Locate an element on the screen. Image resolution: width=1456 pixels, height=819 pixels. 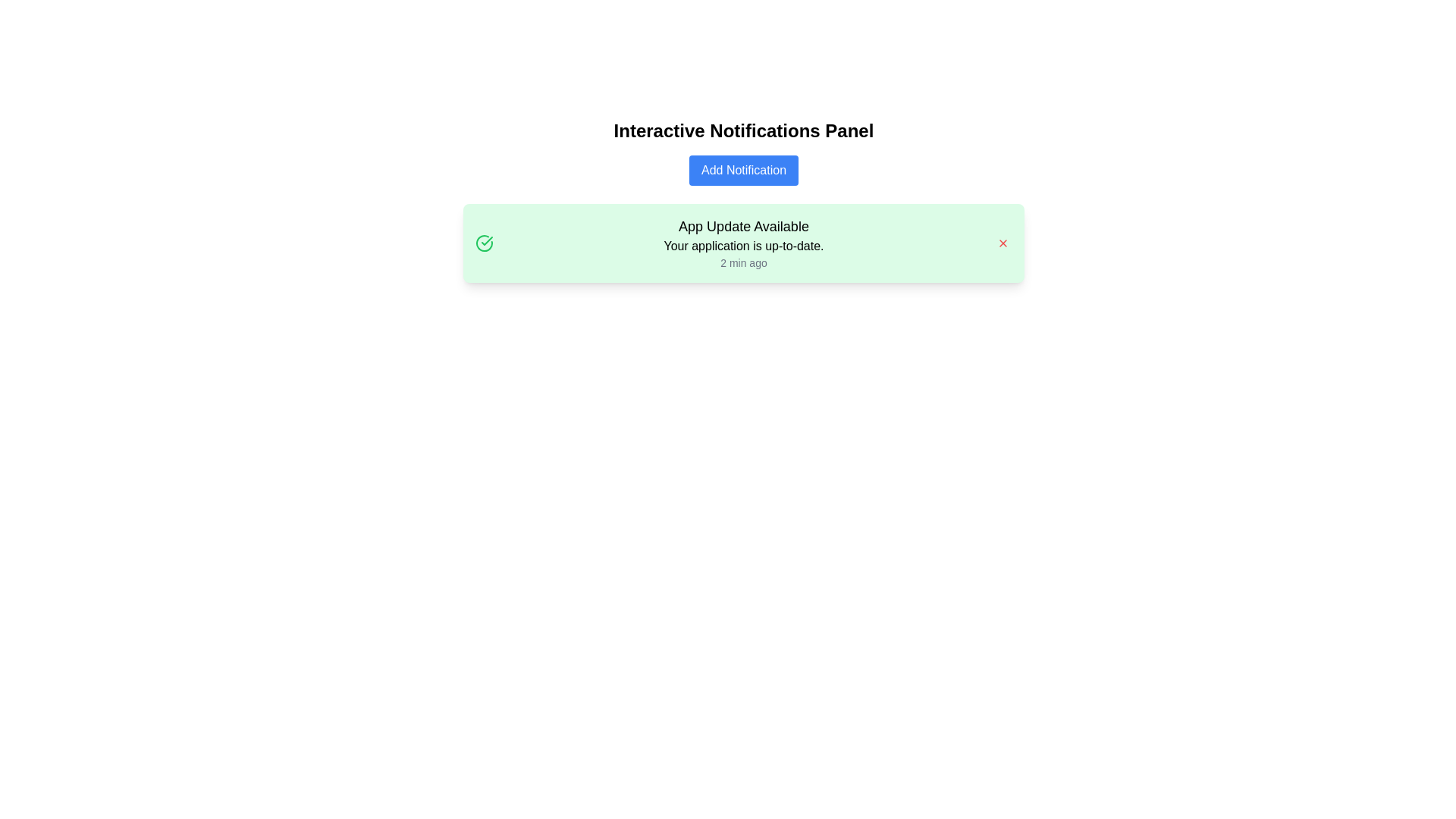
the text label stating 'Your application is up-to-date.' within the notification card, positioned below the title 'App Update Available' is located at coordinates (743, 245).